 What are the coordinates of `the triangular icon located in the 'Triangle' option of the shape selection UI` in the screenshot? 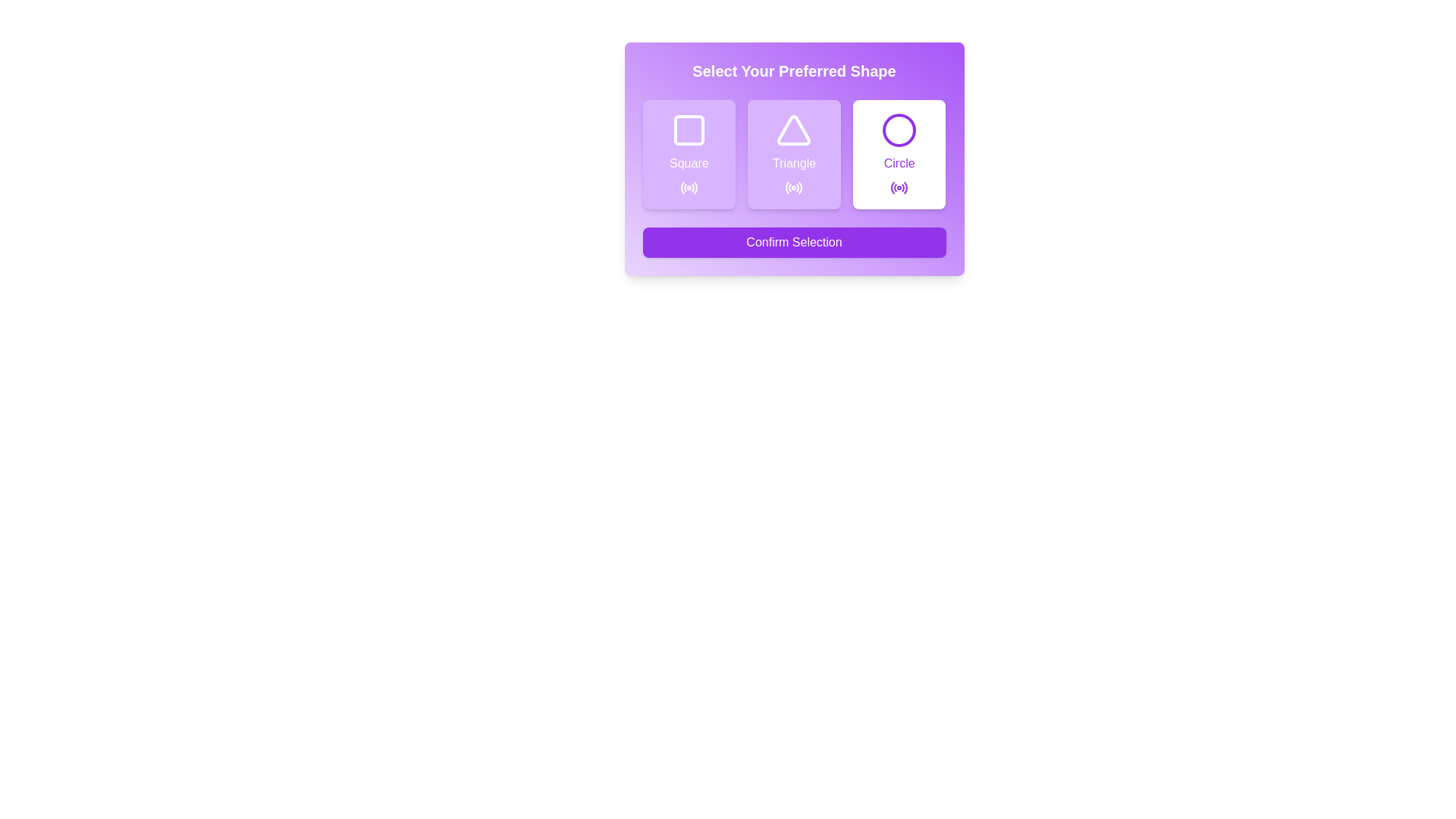 It's located at (793, 130).